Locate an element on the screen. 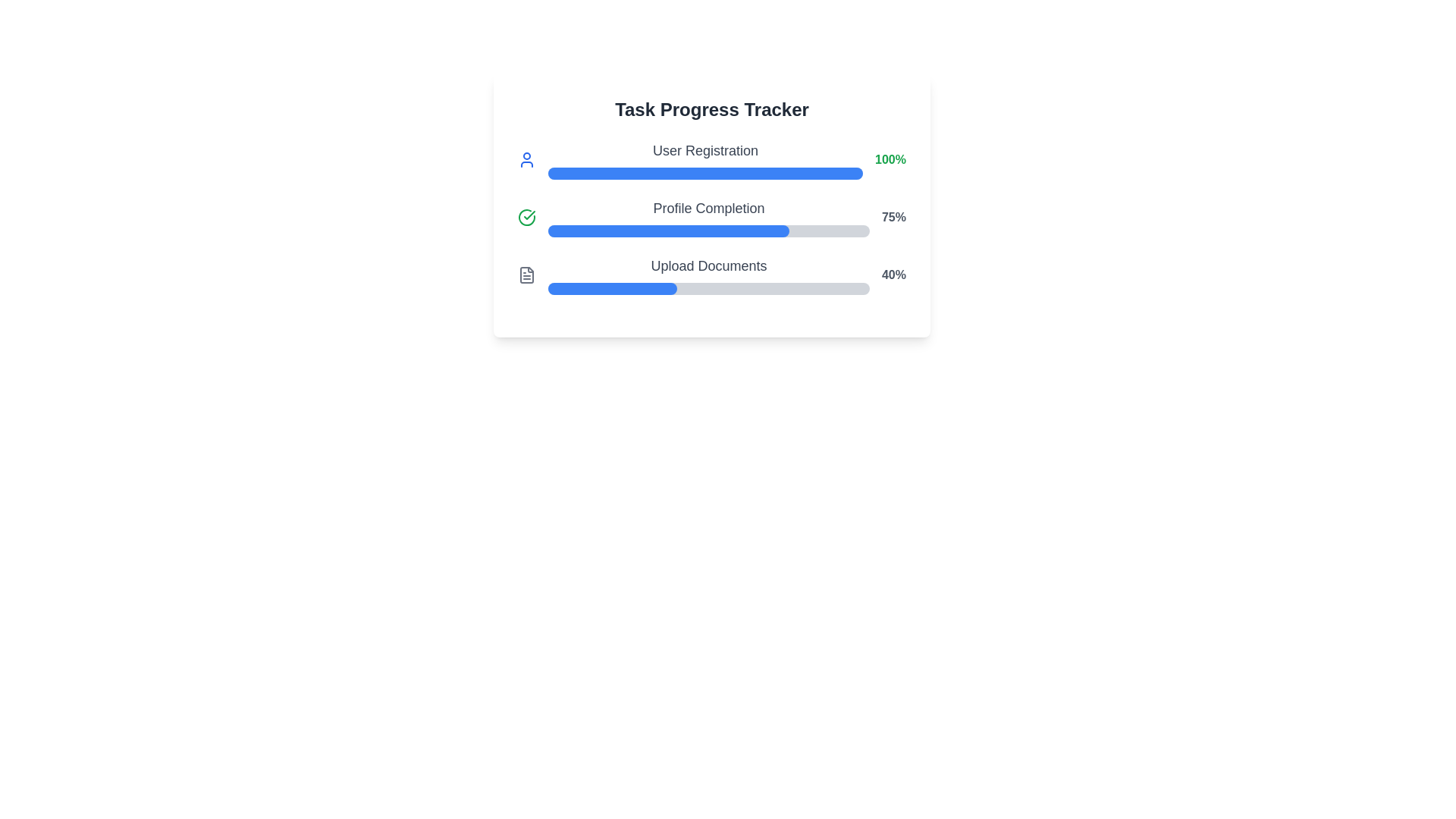 Image resolution: width=1456 pixels, height=819 pixels. the first segment of the third progress bar in a vertical list, which is a blue rounded-progress bar indicating 40% completion for 'Upload Documents' is located at coordinates (612, 289).